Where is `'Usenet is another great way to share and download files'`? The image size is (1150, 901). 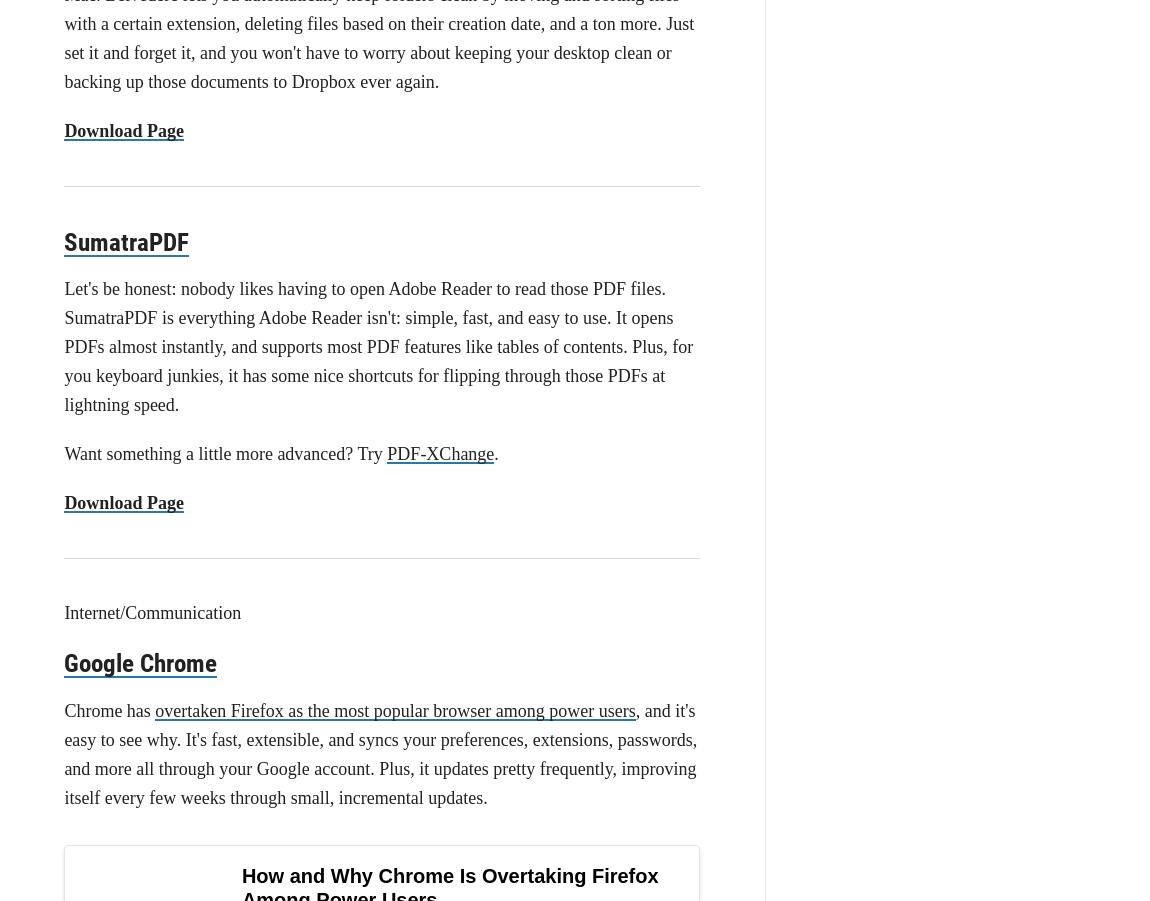
'Usenet is another great way to share and download files' is located at coordinates (366, 700).